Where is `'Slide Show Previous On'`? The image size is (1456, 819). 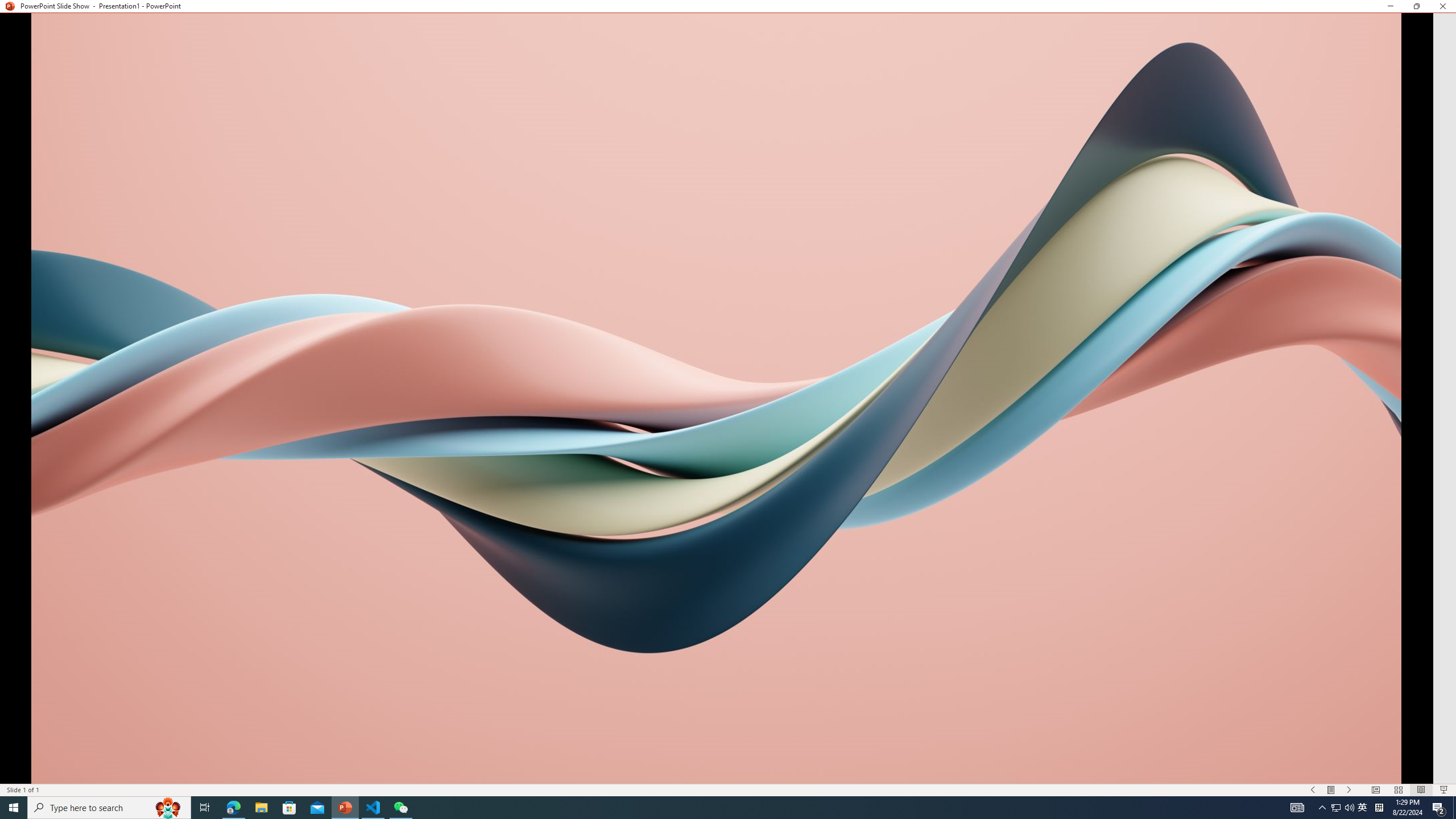 'Slide Show Previous On' is located at coordinates (1313, 790).